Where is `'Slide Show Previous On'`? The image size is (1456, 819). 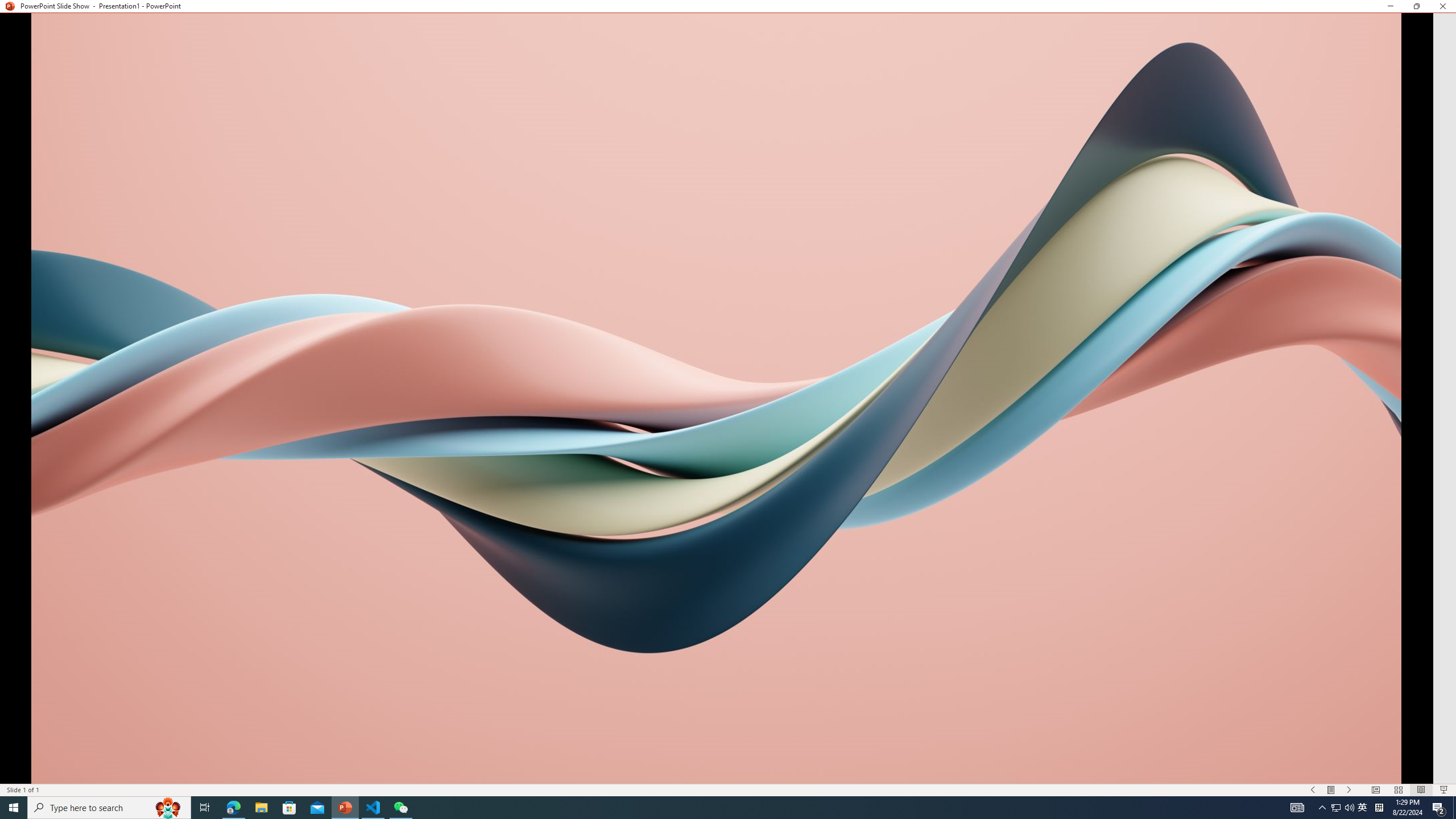 'Slide Show Previous On' is located at coordinates (1313, 790).